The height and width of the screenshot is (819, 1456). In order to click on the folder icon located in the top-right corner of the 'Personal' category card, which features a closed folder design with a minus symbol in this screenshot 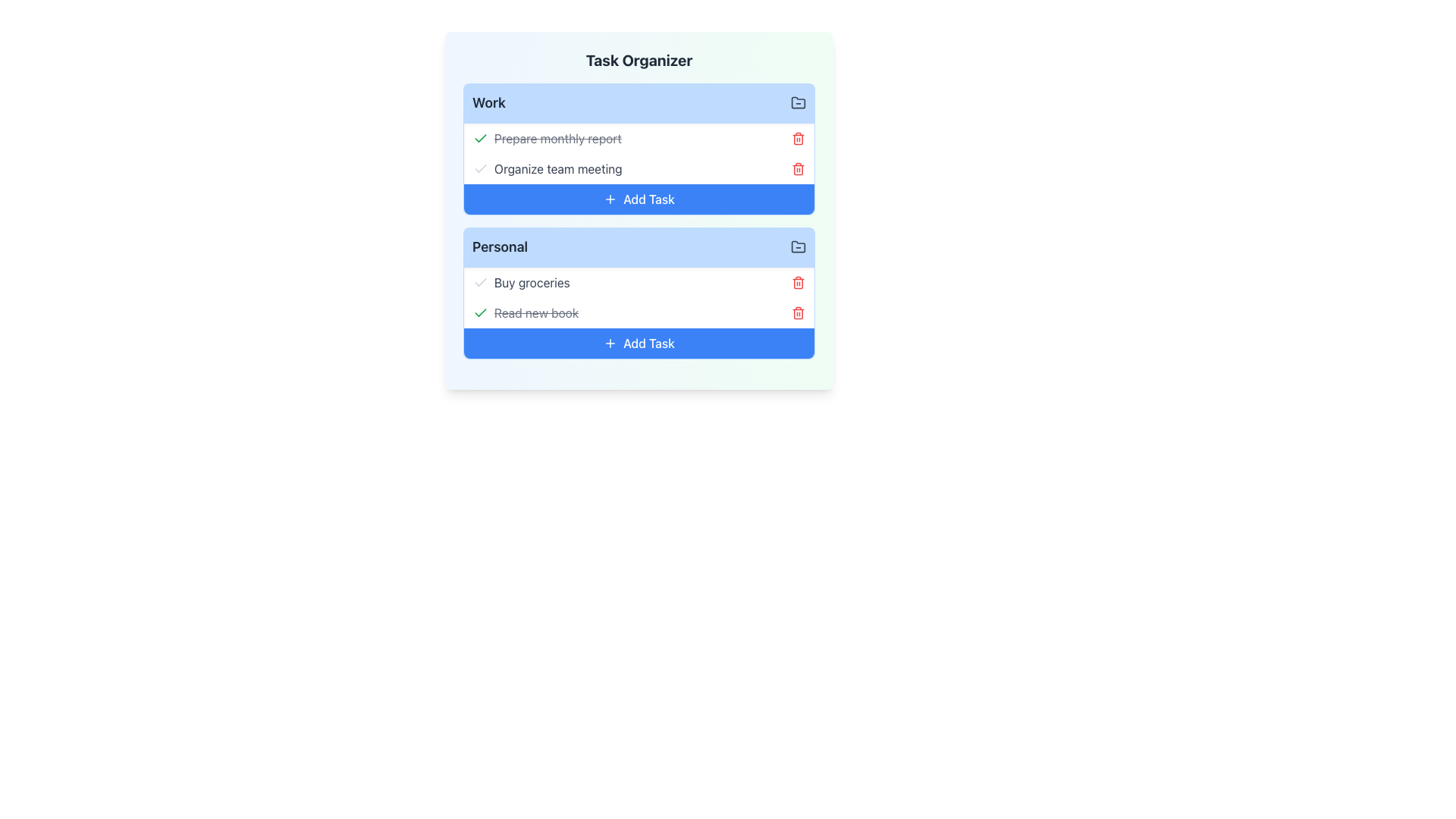, I will do `click(797, 245)`.